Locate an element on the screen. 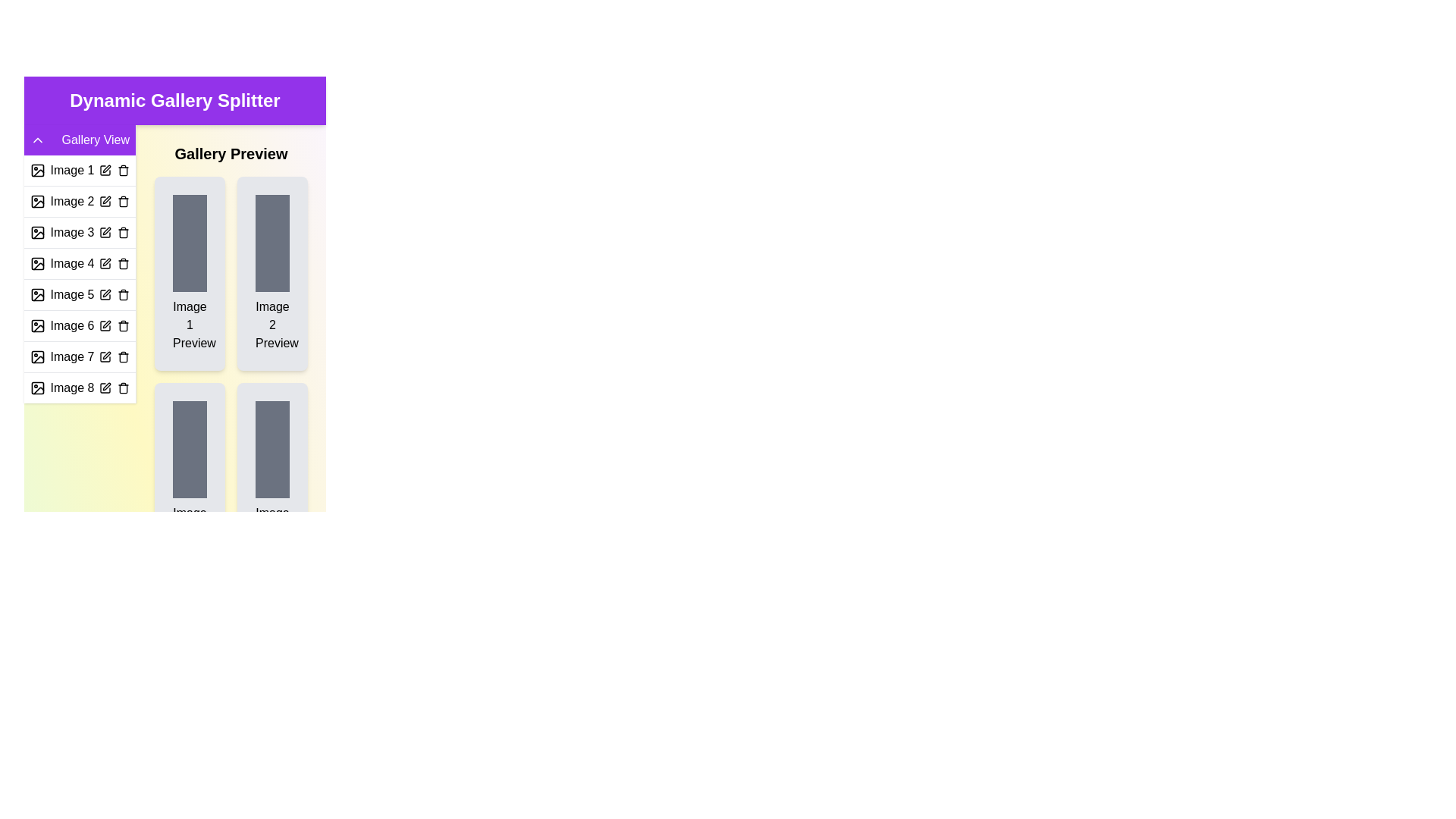  the SVG icon representing the edit or pen symbol located next to the text 'Image 5' in the vertical list is located at coordinates (105, 295).